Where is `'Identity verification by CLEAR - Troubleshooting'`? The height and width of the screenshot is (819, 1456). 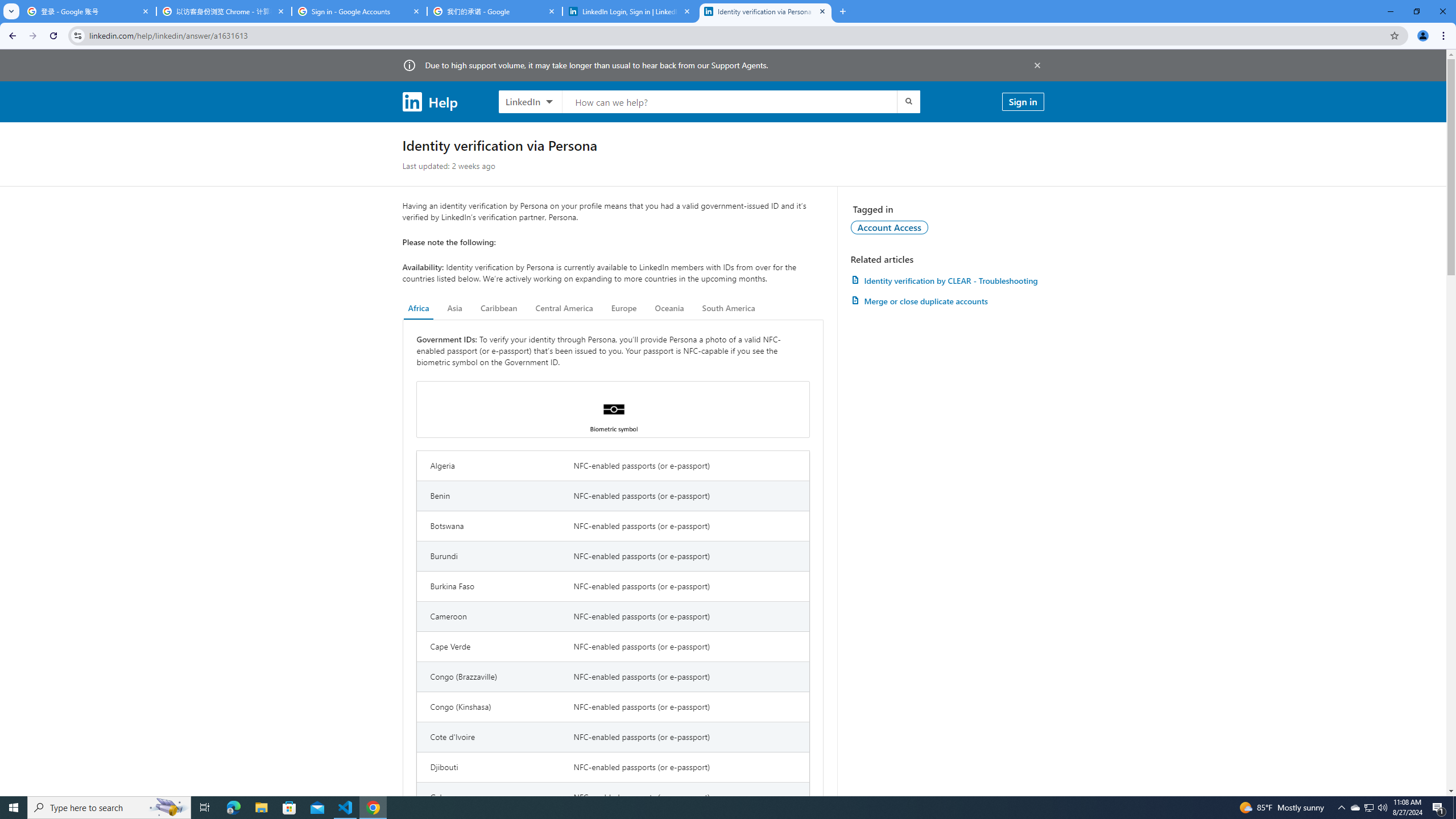
'Identity verification by CLEAR - Troubleshooting' is located at coordinates (946, 280).